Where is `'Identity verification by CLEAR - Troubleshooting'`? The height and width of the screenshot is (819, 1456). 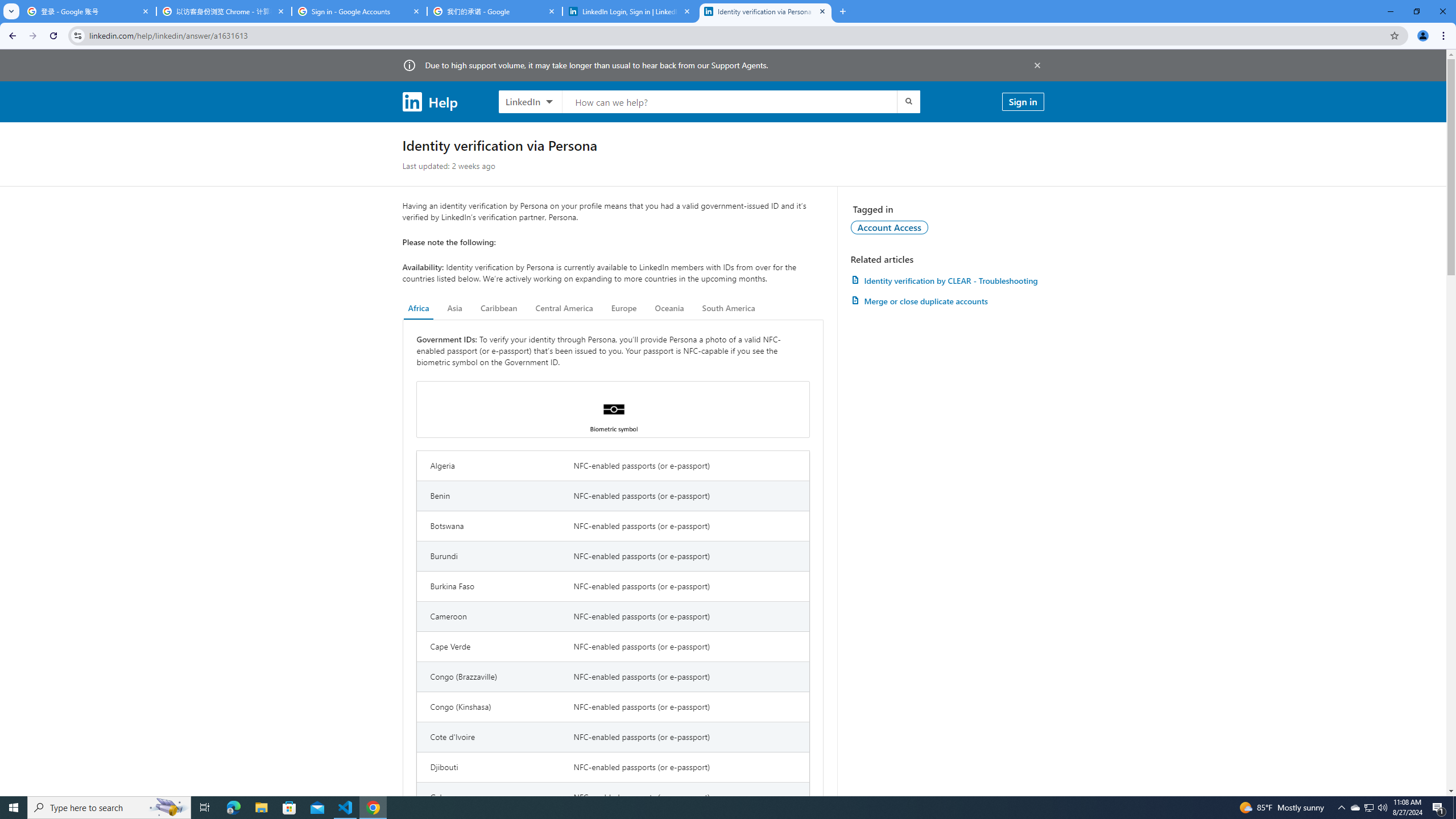
'Identity verification by CLEAR - Troubleshooting' is located at coordinates (946, 280).